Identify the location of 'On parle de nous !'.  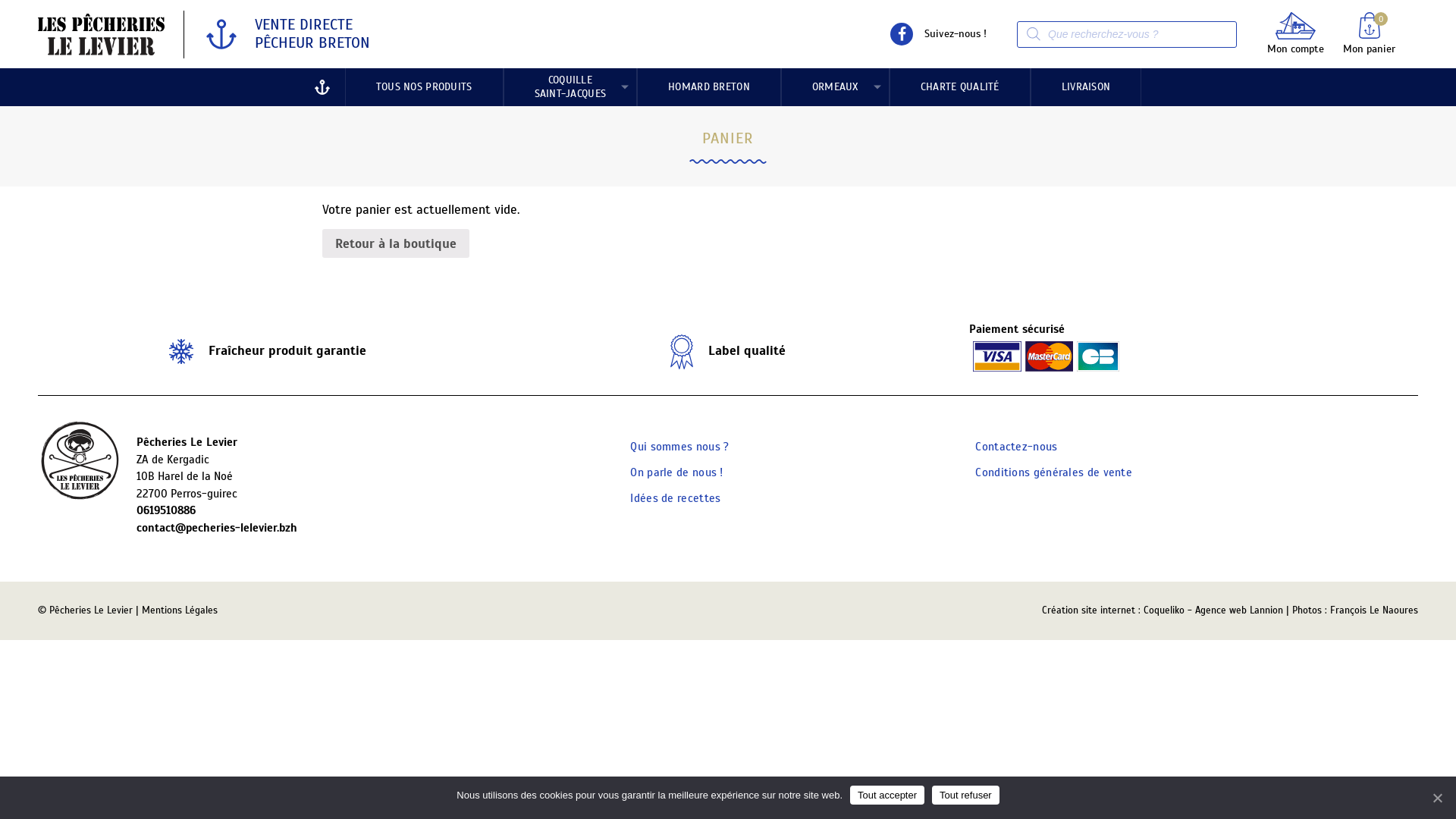
(629, 472).